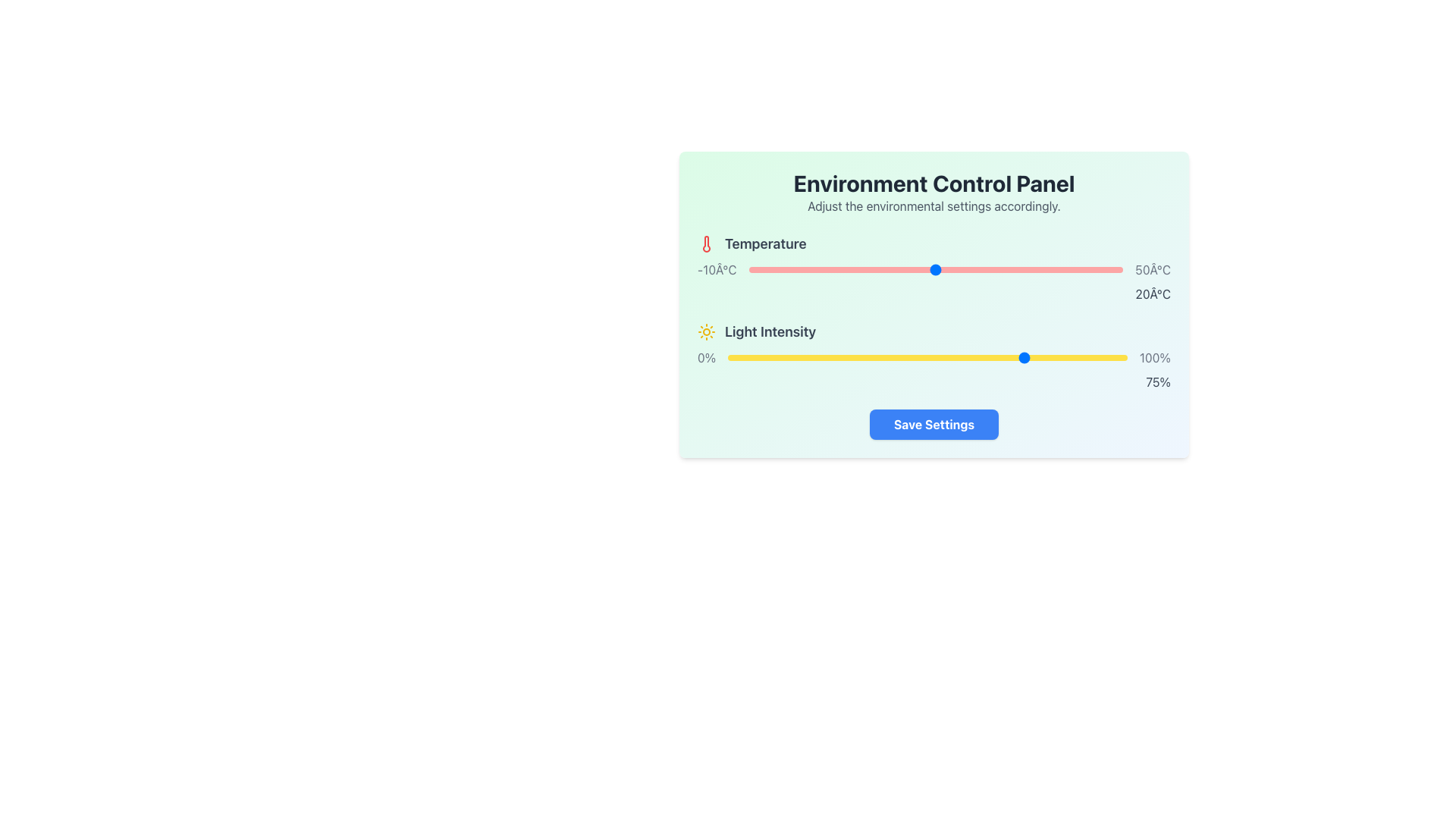 The width and height of the screenshot is (1456, 819). I want to click on light intensity, so click(748, 357).